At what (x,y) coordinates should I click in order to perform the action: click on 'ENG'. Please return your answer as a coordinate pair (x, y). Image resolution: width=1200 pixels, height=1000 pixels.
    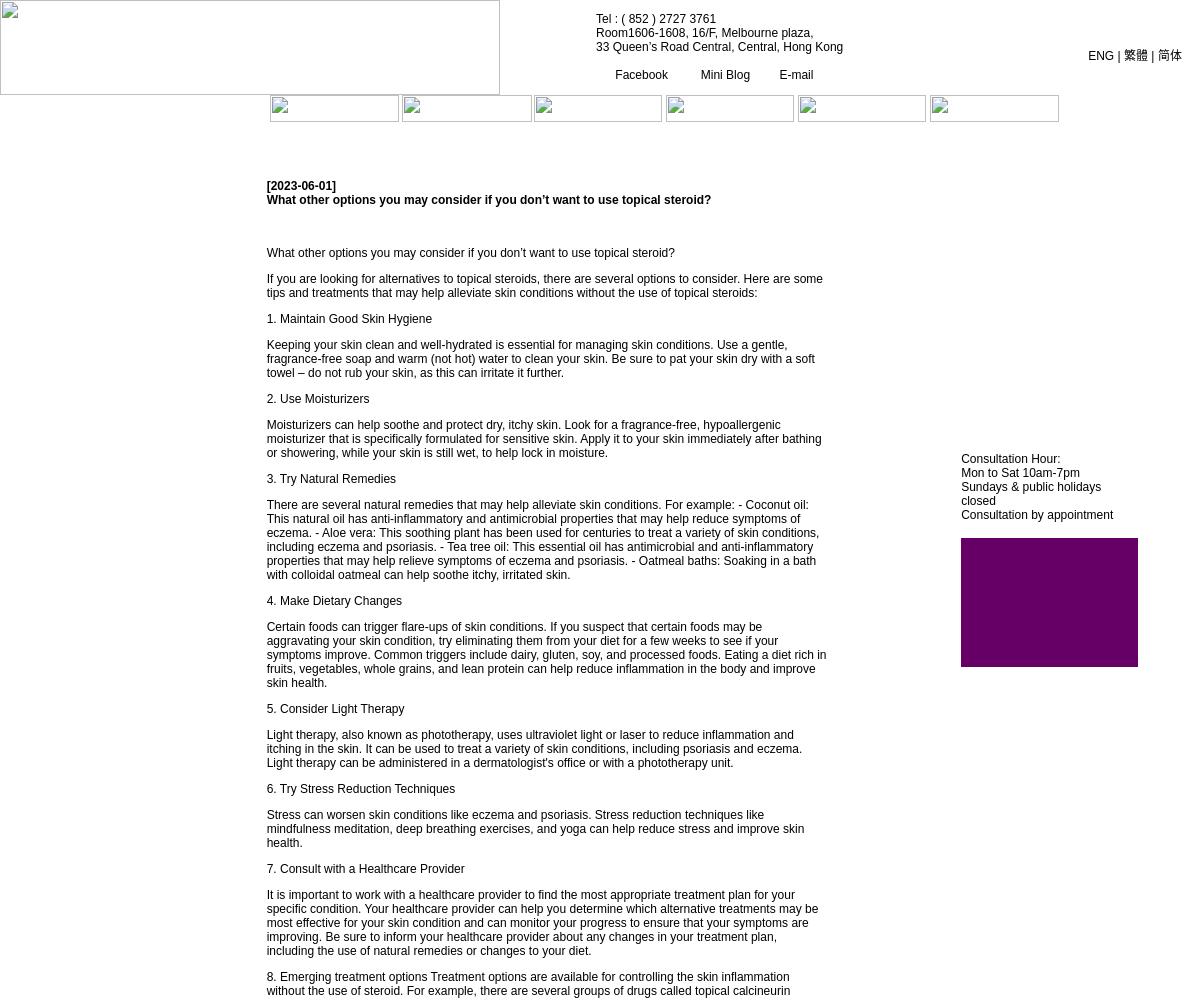
    Looking at the image, I should click on (1100, 56).